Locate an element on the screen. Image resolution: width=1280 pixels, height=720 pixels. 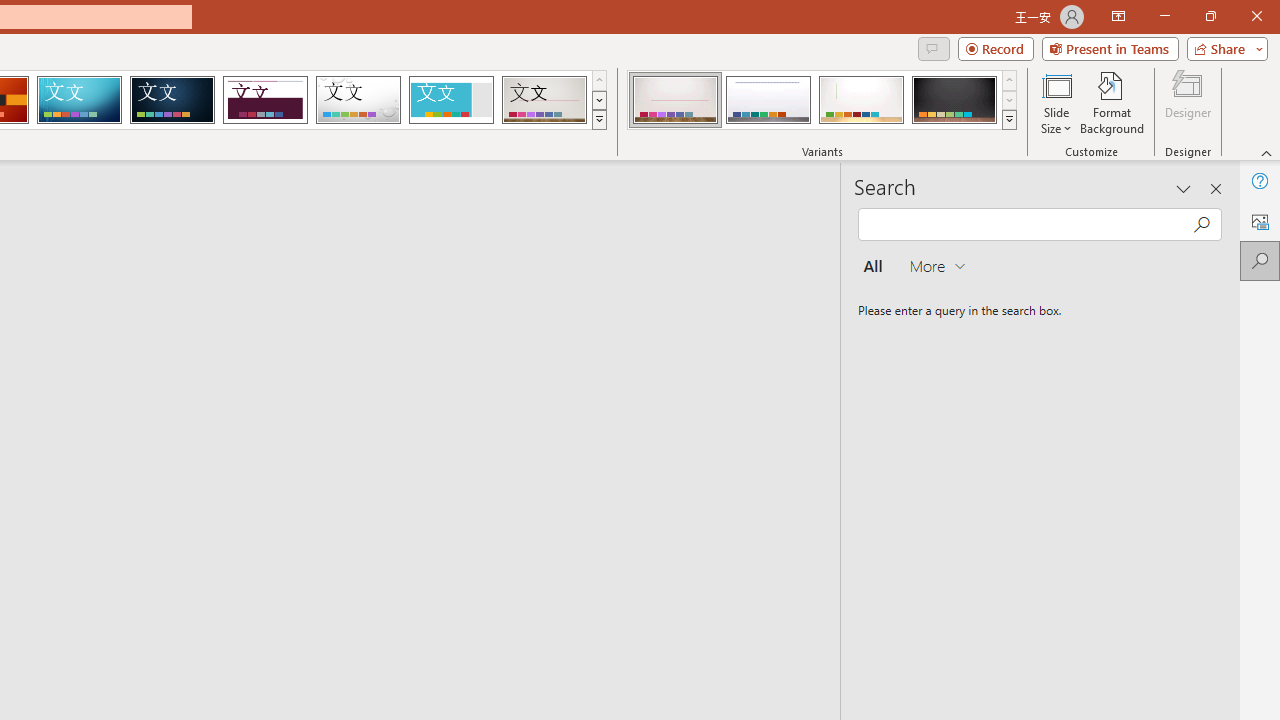
'Themes' is located at coordinates (598, 120).